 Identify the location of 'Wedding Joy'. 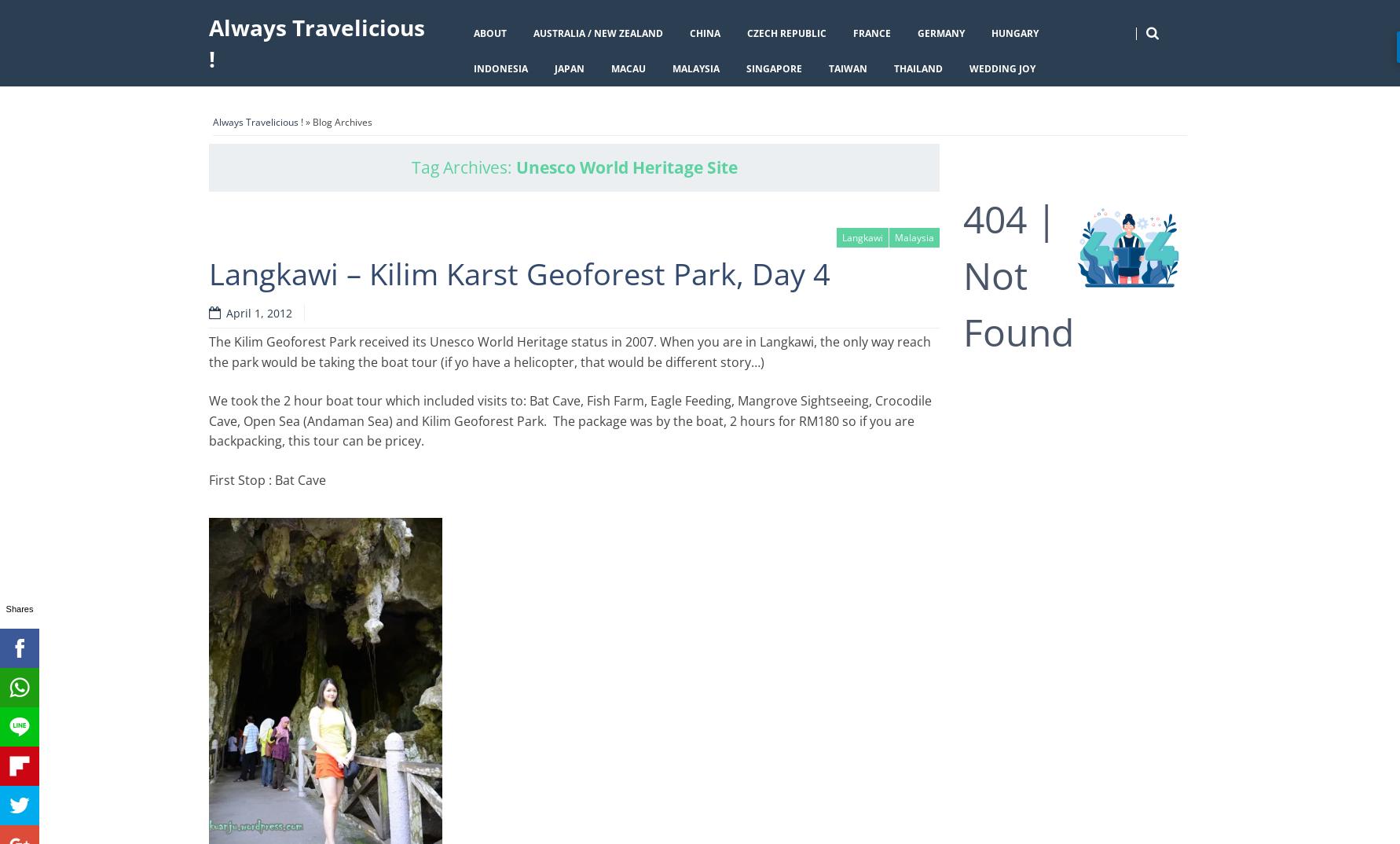
(1002, 68).